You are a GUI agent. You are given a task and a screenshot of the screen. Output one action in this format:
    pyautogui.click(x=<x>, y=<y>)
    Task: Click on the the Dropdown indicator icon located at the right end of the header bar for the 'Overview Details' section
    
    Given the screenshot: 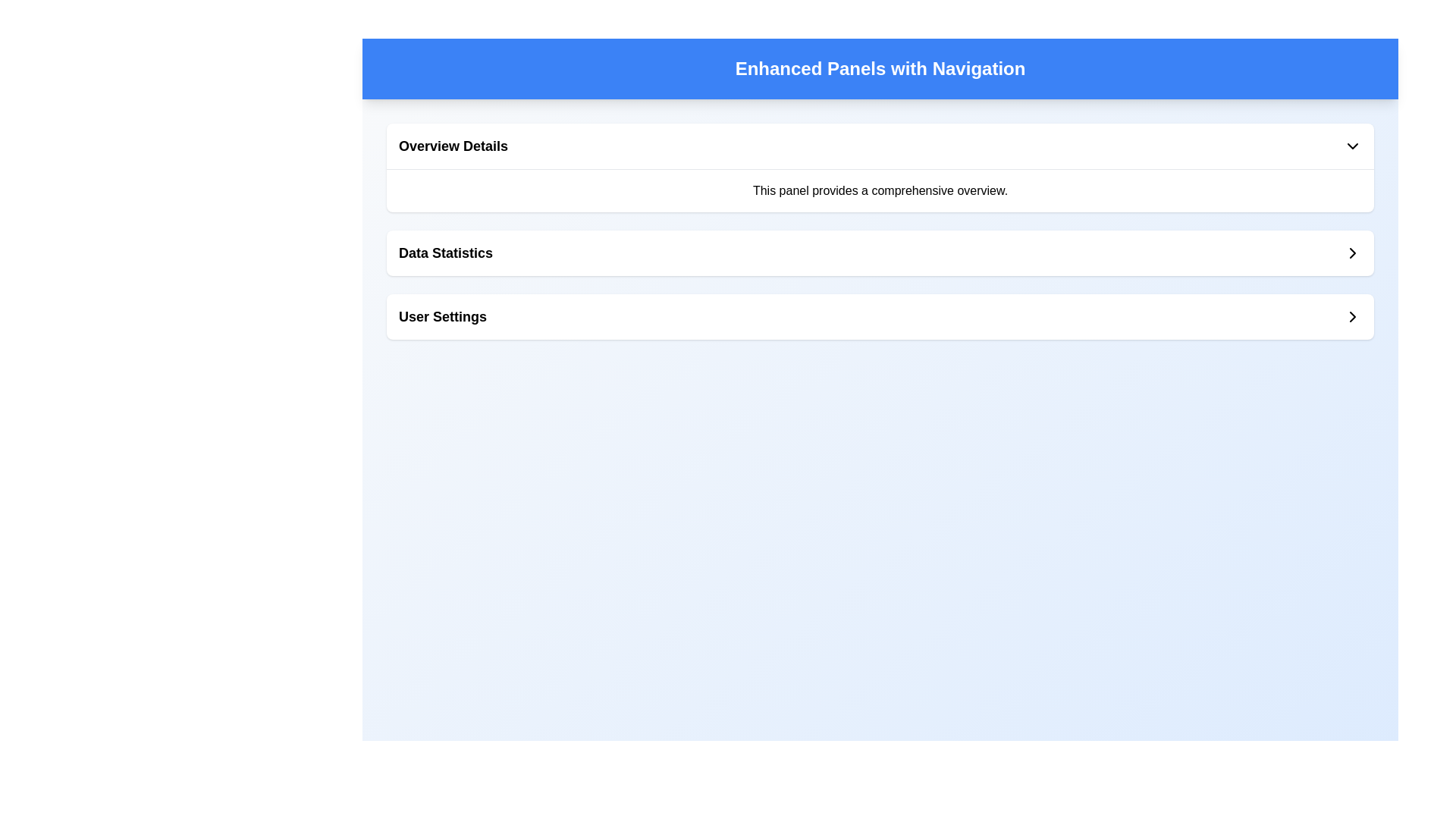 What is the action you would take?
    pyautogui.click(x=1353, y=146)
    